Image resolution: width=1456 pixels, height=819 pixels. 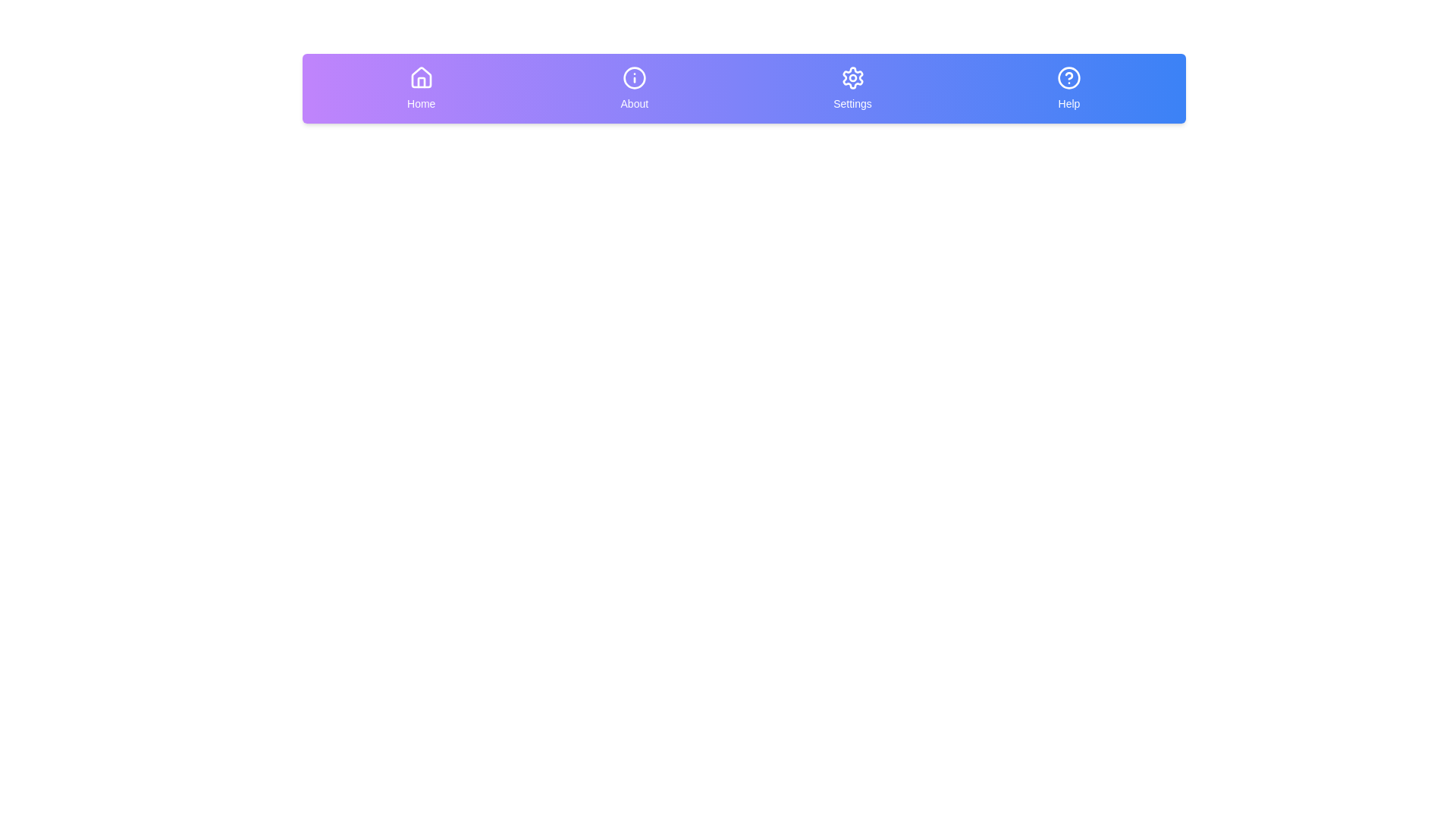 I want to click on the 'Help' button with a circled question mark icon located at the top-right corner of the navigation bar, so click(x=1068, y=88).